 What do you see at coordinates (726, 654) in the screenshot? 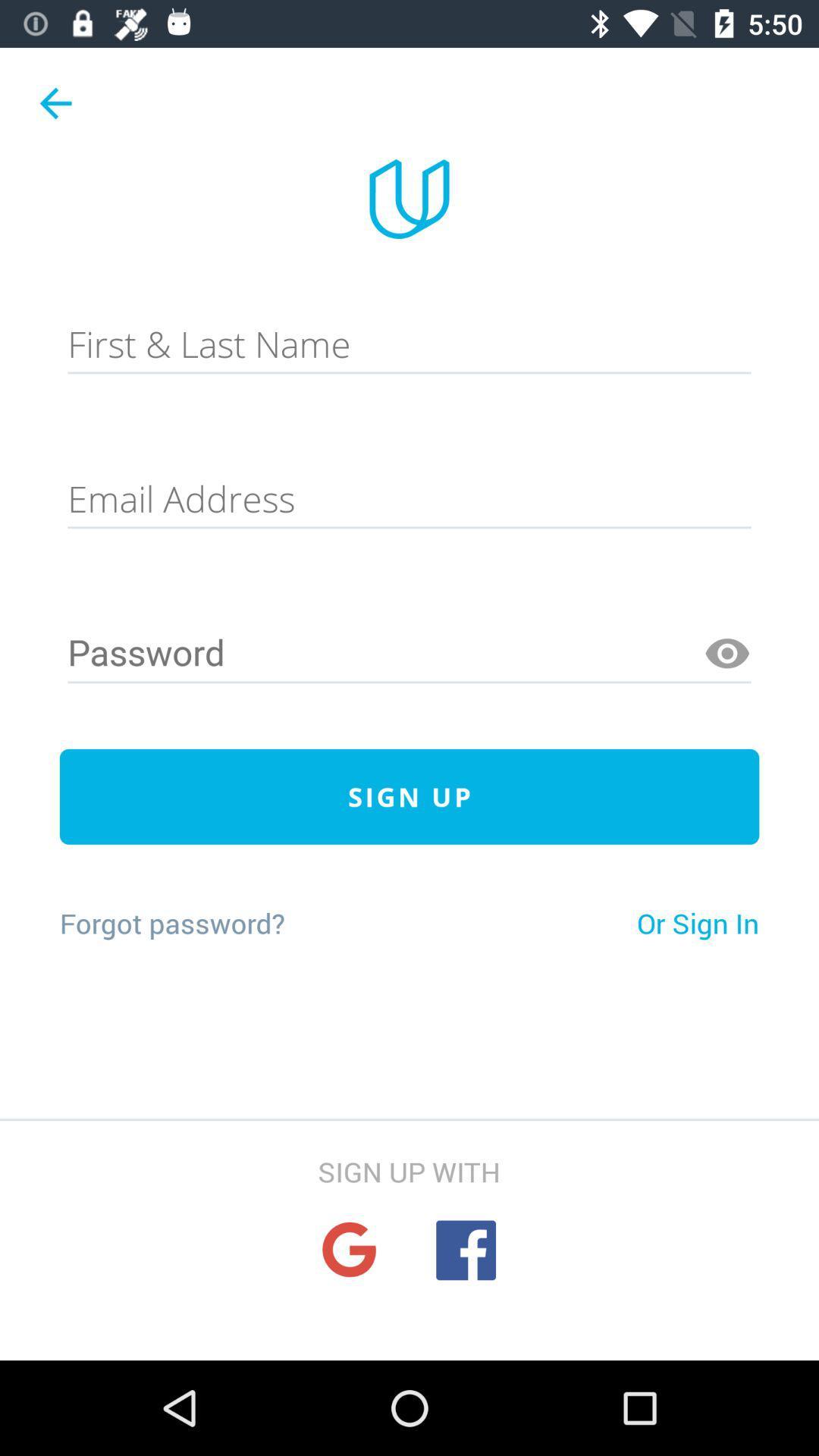
I see `veiw password` at bounding box center [726, 654].